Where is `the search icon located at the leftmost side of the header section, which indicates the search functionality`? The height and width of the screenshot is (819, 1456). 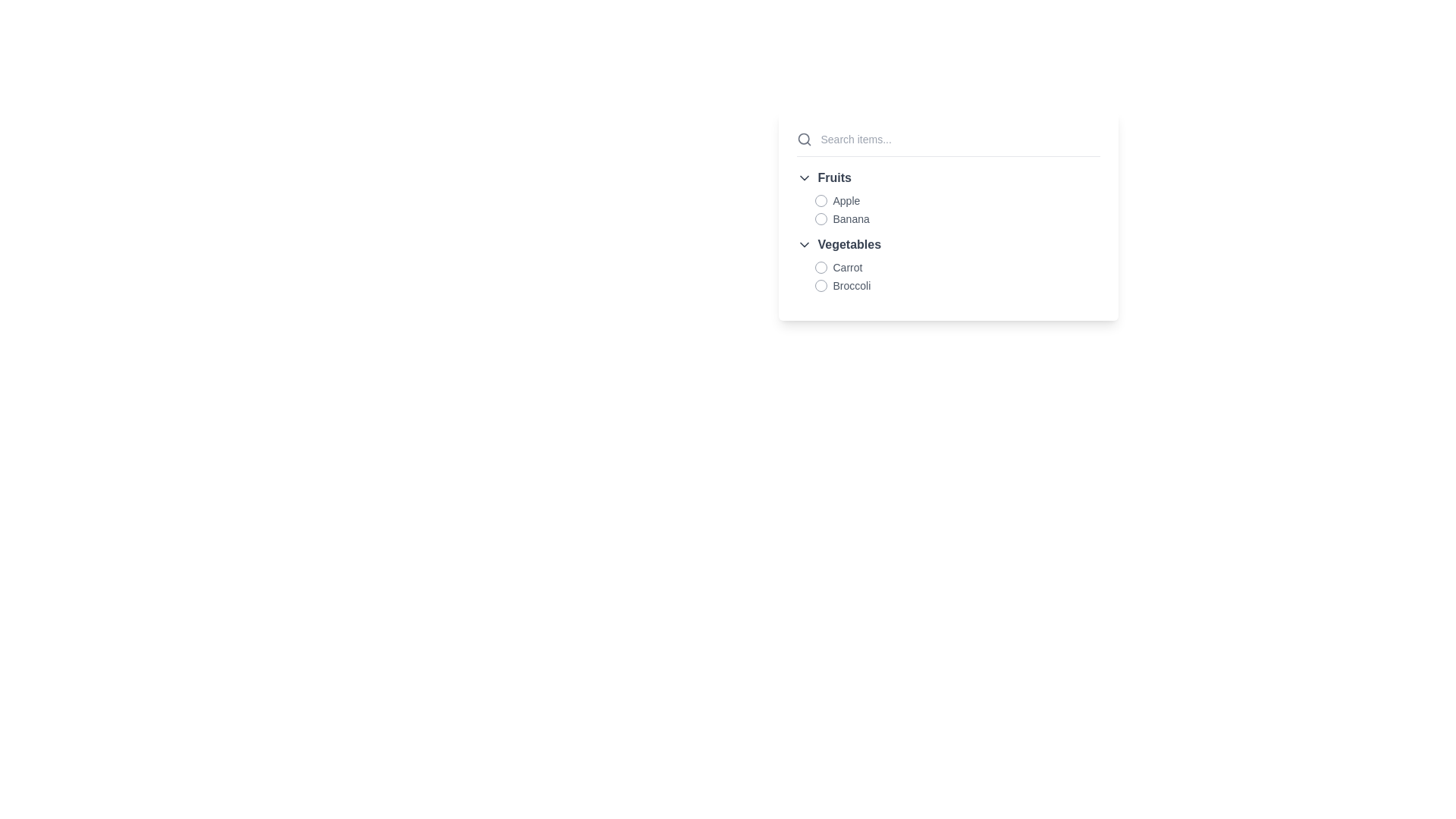 the search icon located at the leftmost side of the header section, which indicates the search functionality is located at coordinates (803, 140).